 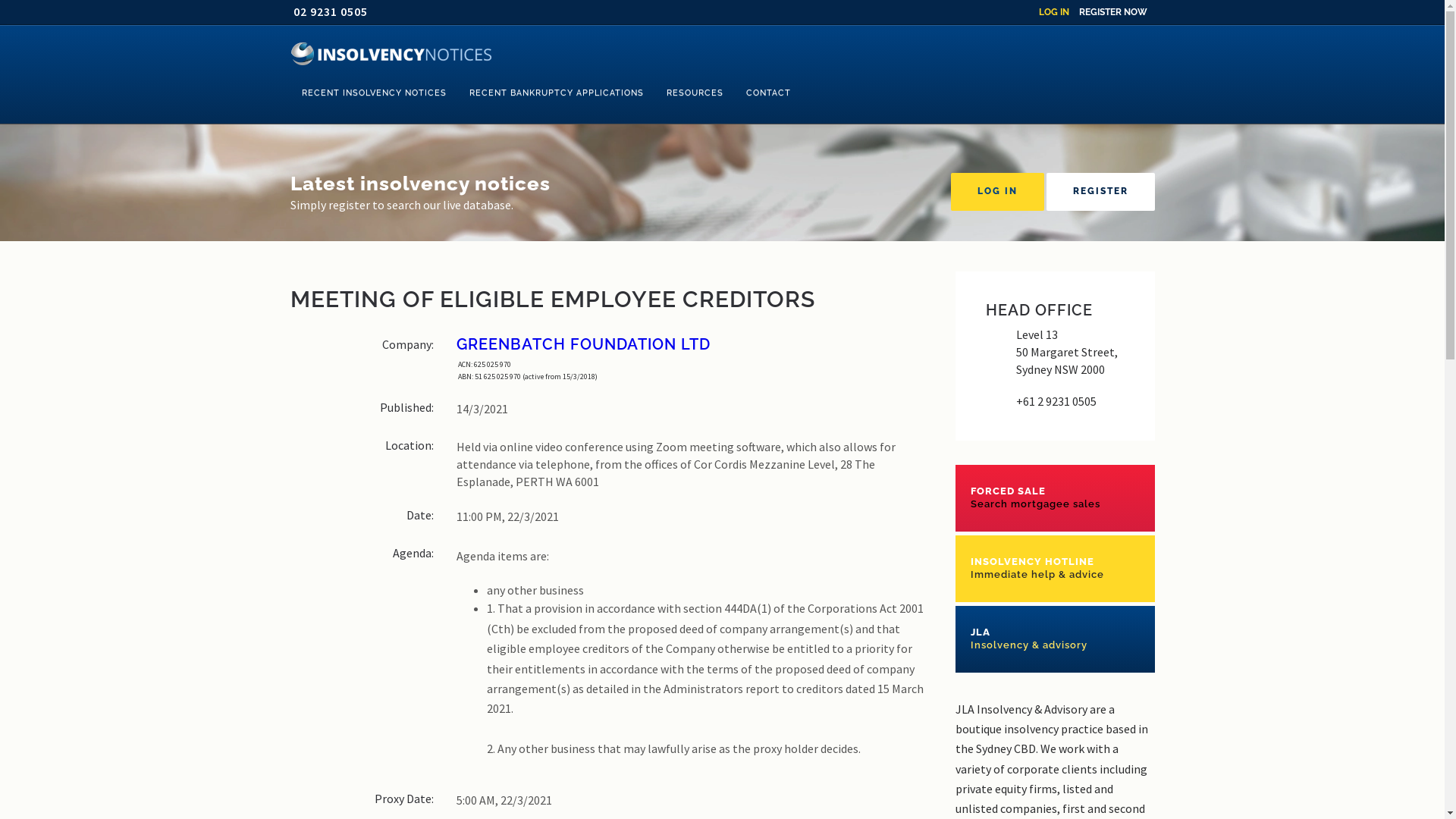 I want to click on 'REGISTER NOW', so click(x=1077, y=11).